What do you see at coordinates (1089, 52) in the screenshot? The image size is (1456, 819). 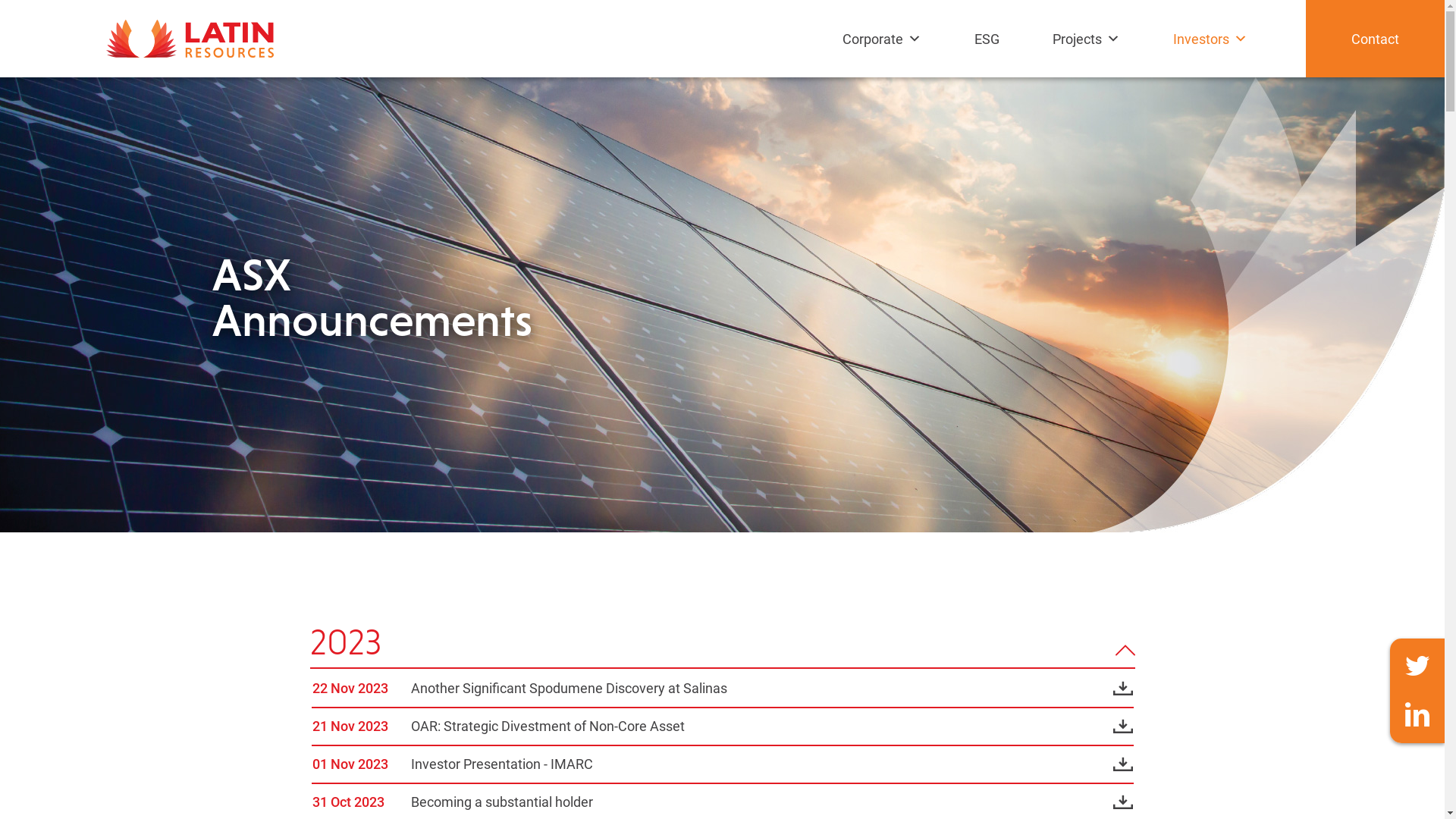 I see `'Projects'` at bounding box center [1089, 52].